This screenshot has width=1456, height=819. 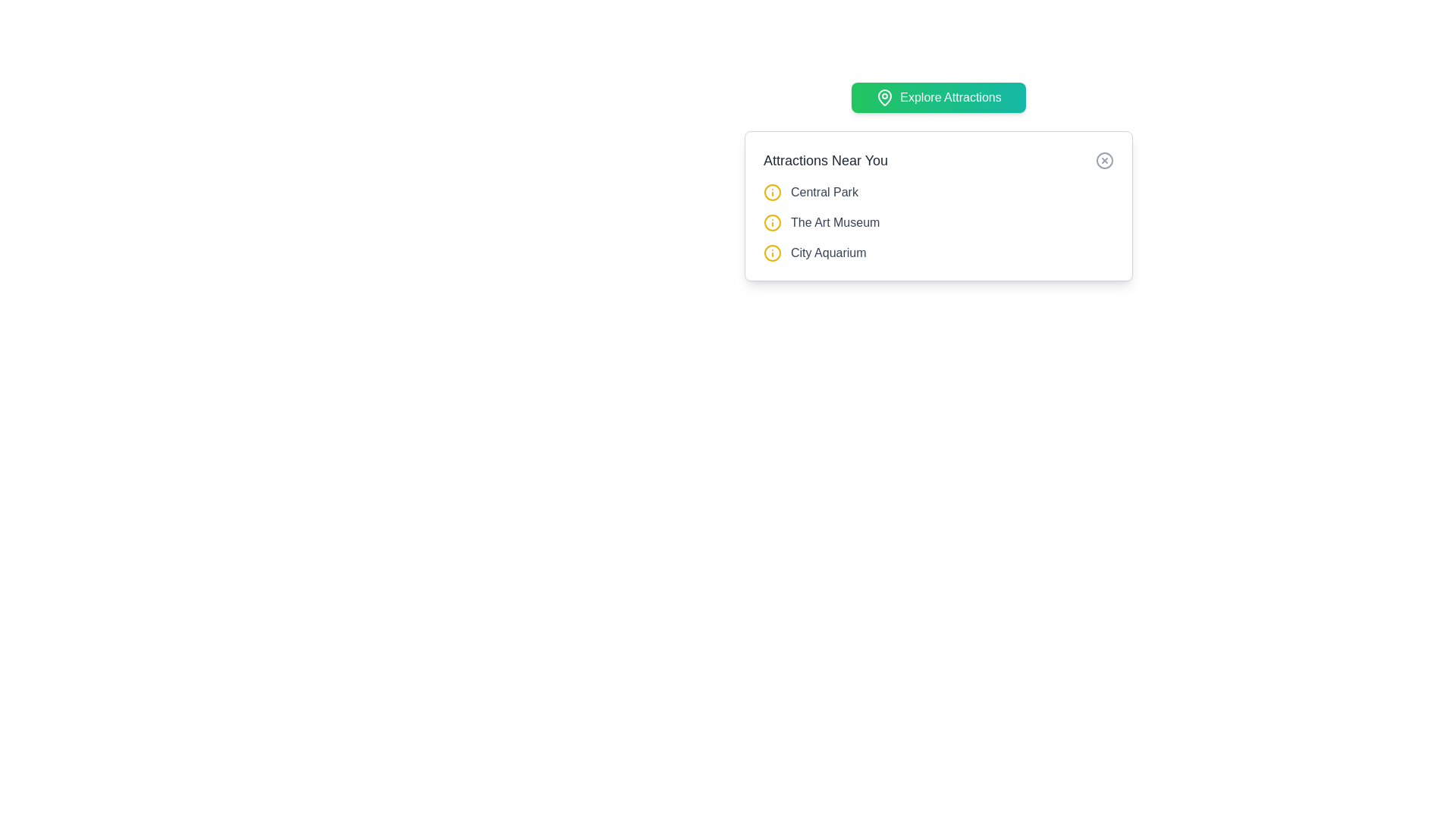 I want to click on the button that triggers actions related to exploring nearby attractions, located near the top center of the modal, above the 'Attractions Near You' title, so click(x=938, y=97).